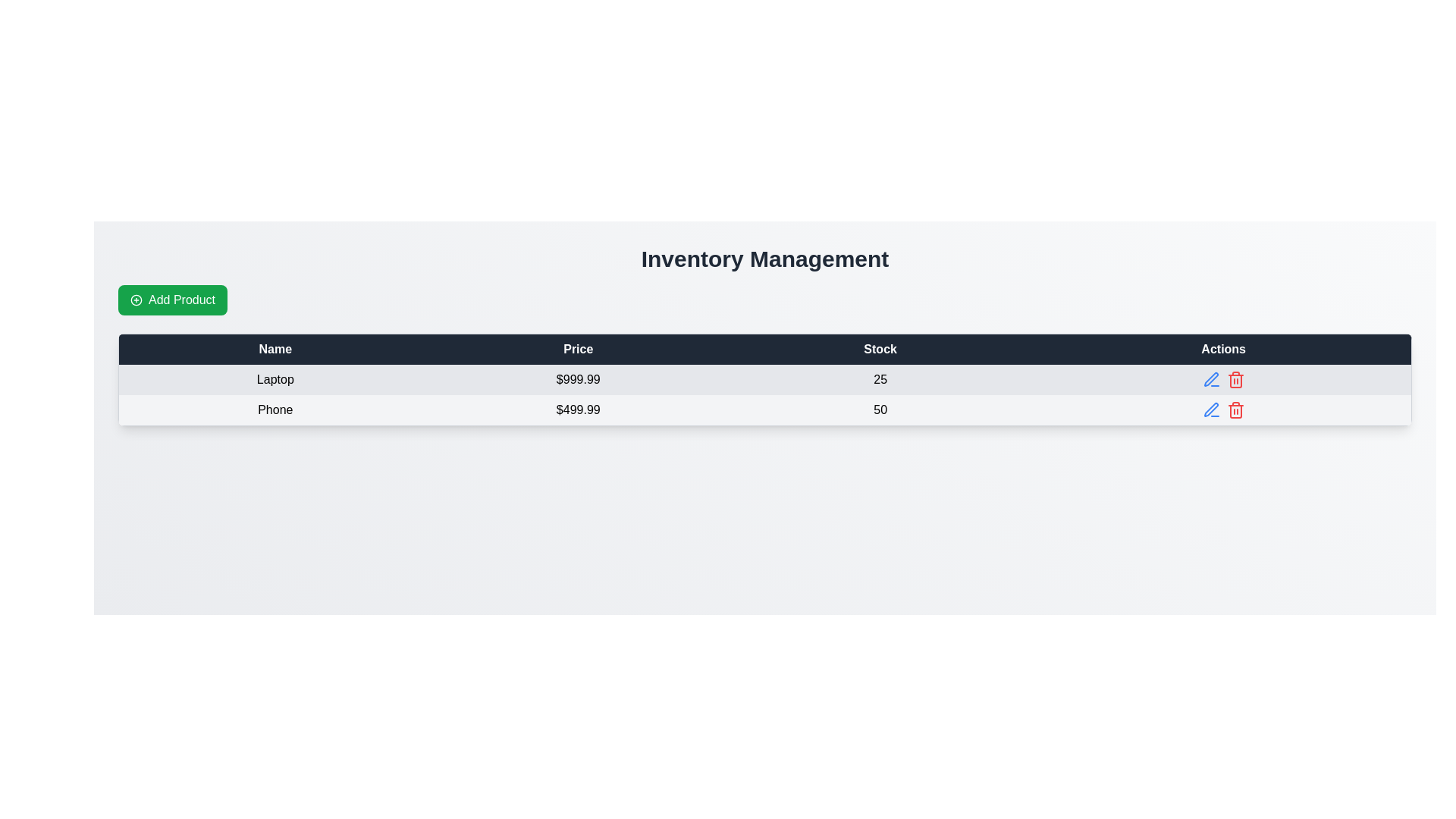  What do you see at coordinates (880, 349) in the screenshot?
I see `the static text label or table header cell labeled 'Stock', which is a dark blue rectangular bar with white, bold, centered text` at bounding box center [880, 349].